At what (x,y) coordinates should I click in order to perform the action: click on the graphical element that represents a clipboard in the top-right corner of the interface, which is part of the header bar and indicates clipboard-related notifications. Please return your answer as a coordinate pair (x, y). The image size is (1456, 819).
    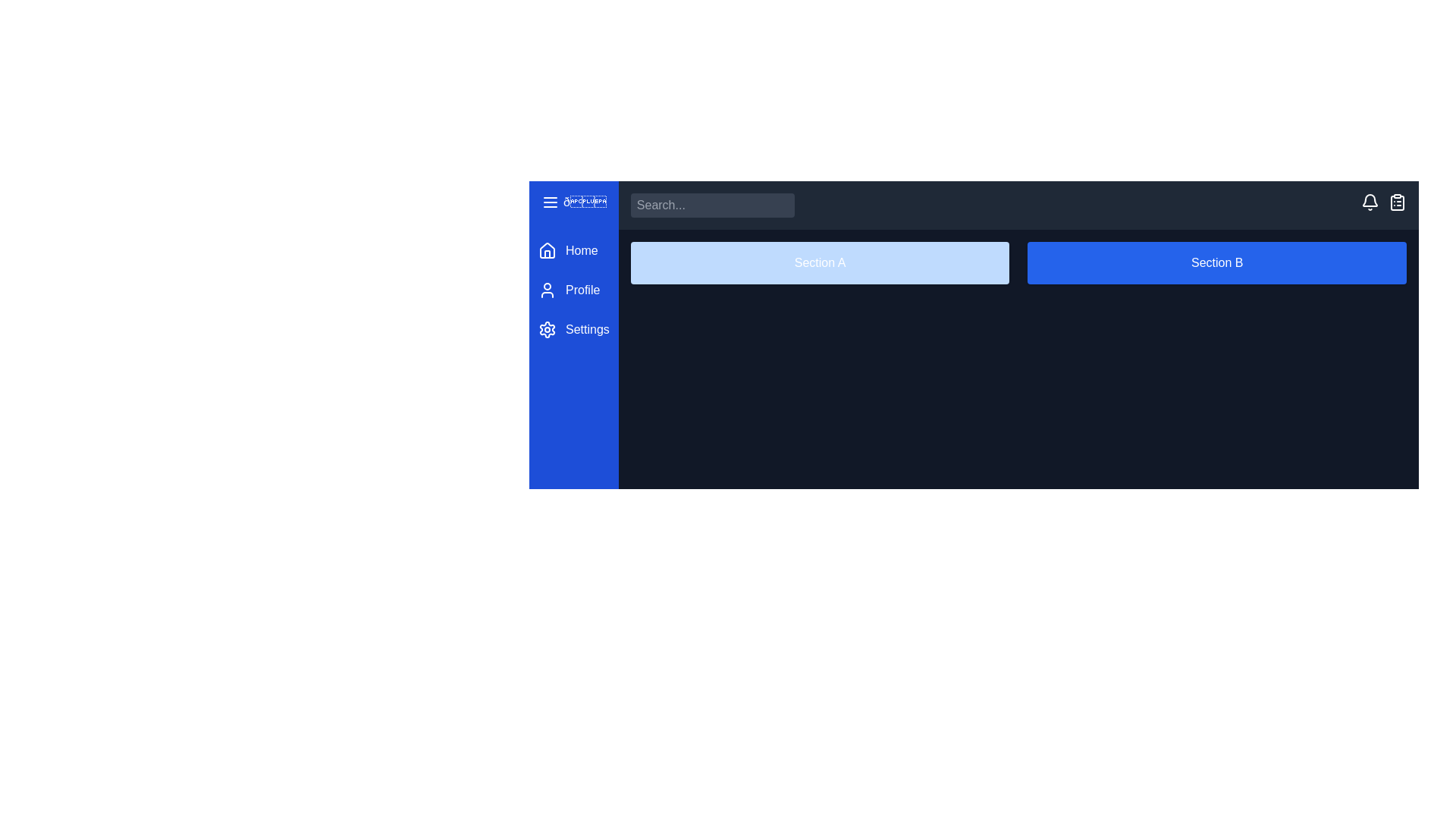
    Looking at the image, I should click on (1397, 202).